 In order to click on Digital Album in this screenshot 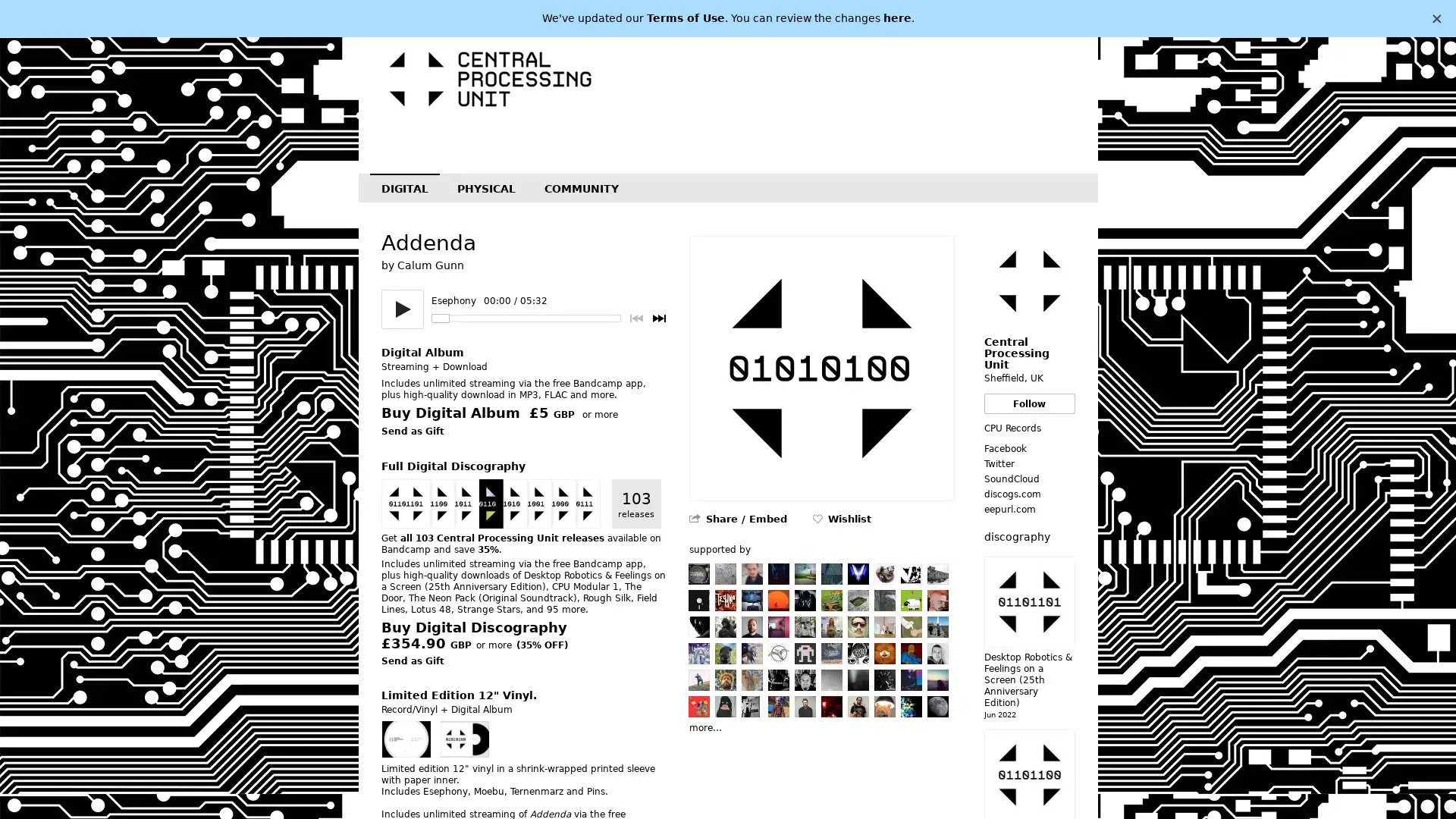, I will do `click(422, 353)`.